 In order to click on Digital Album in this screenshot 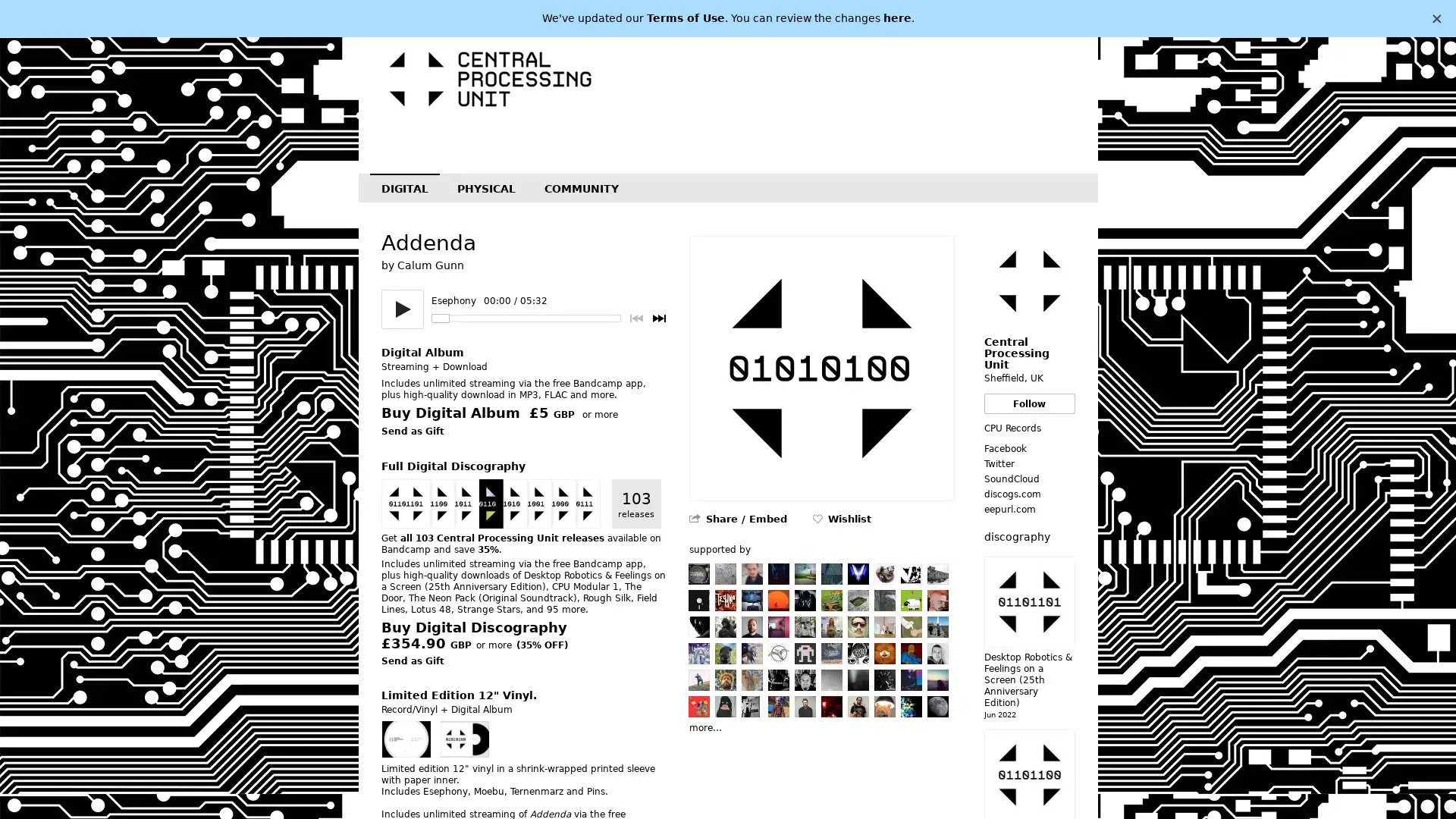, I will do `click(422, 353)`.